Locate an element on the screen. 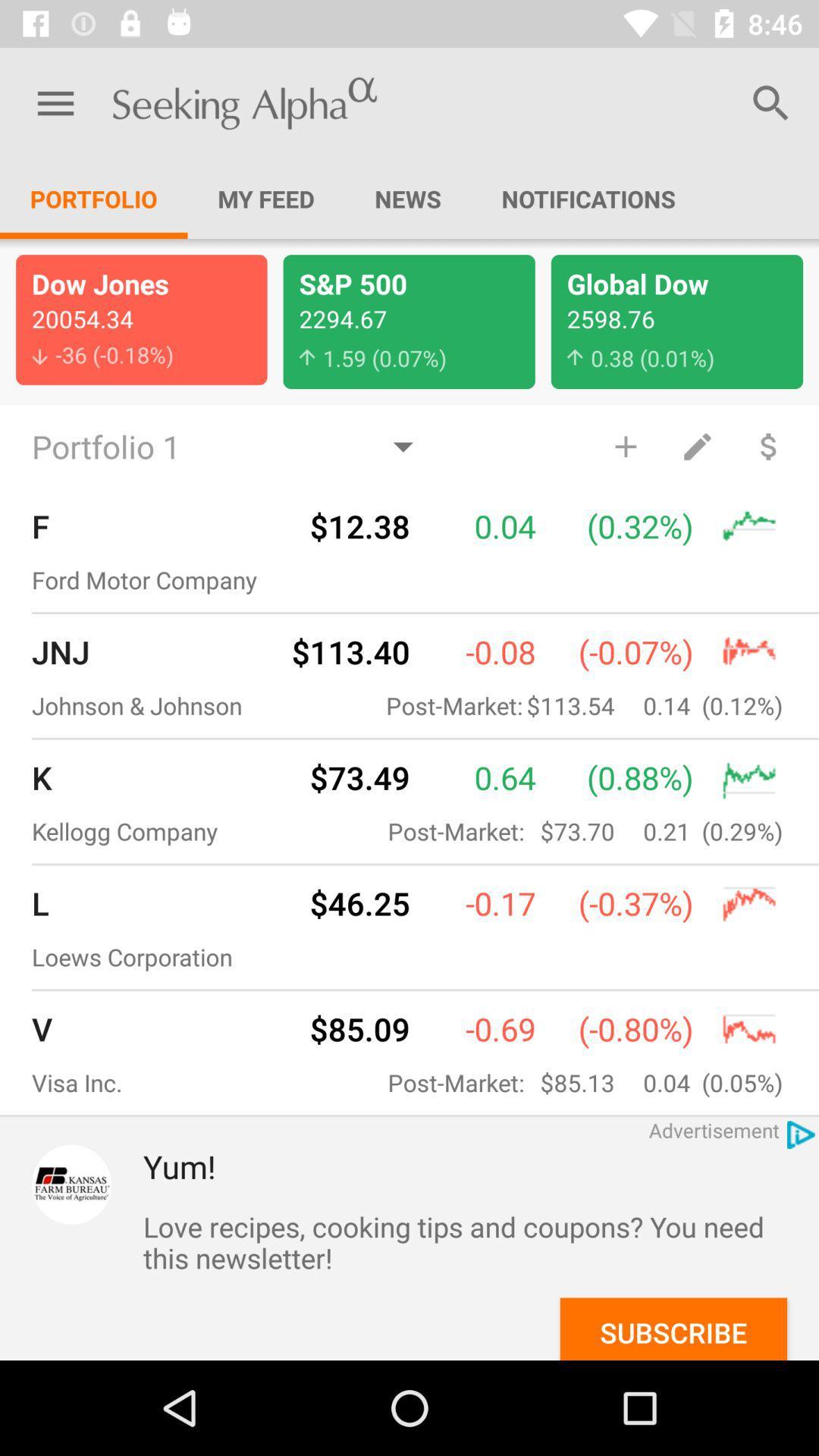 This screenshot has width=819, height=1456. option for currency is located at coordinates (769, 445).